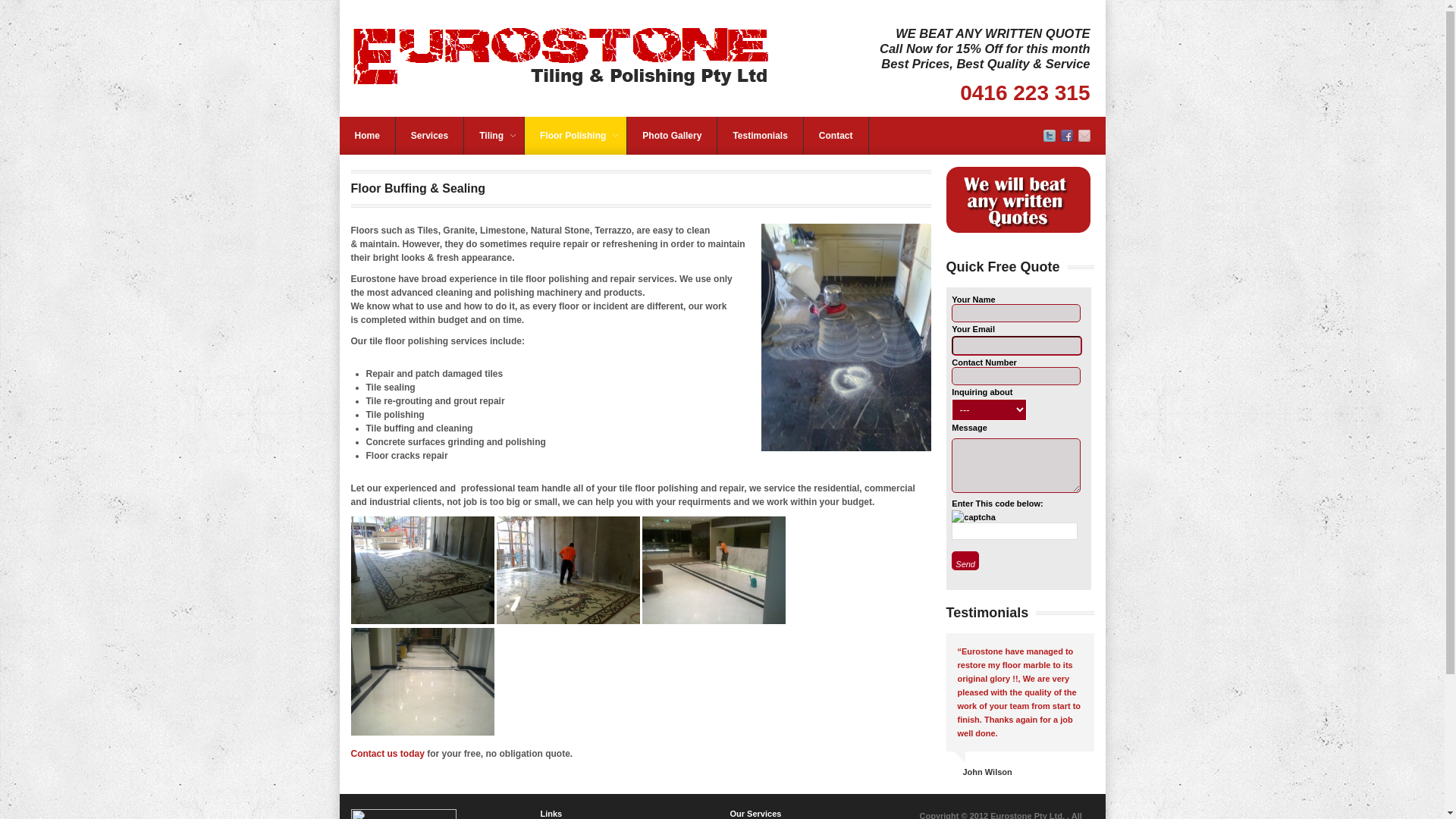  I want to click on 'Services', so click(428, 134).